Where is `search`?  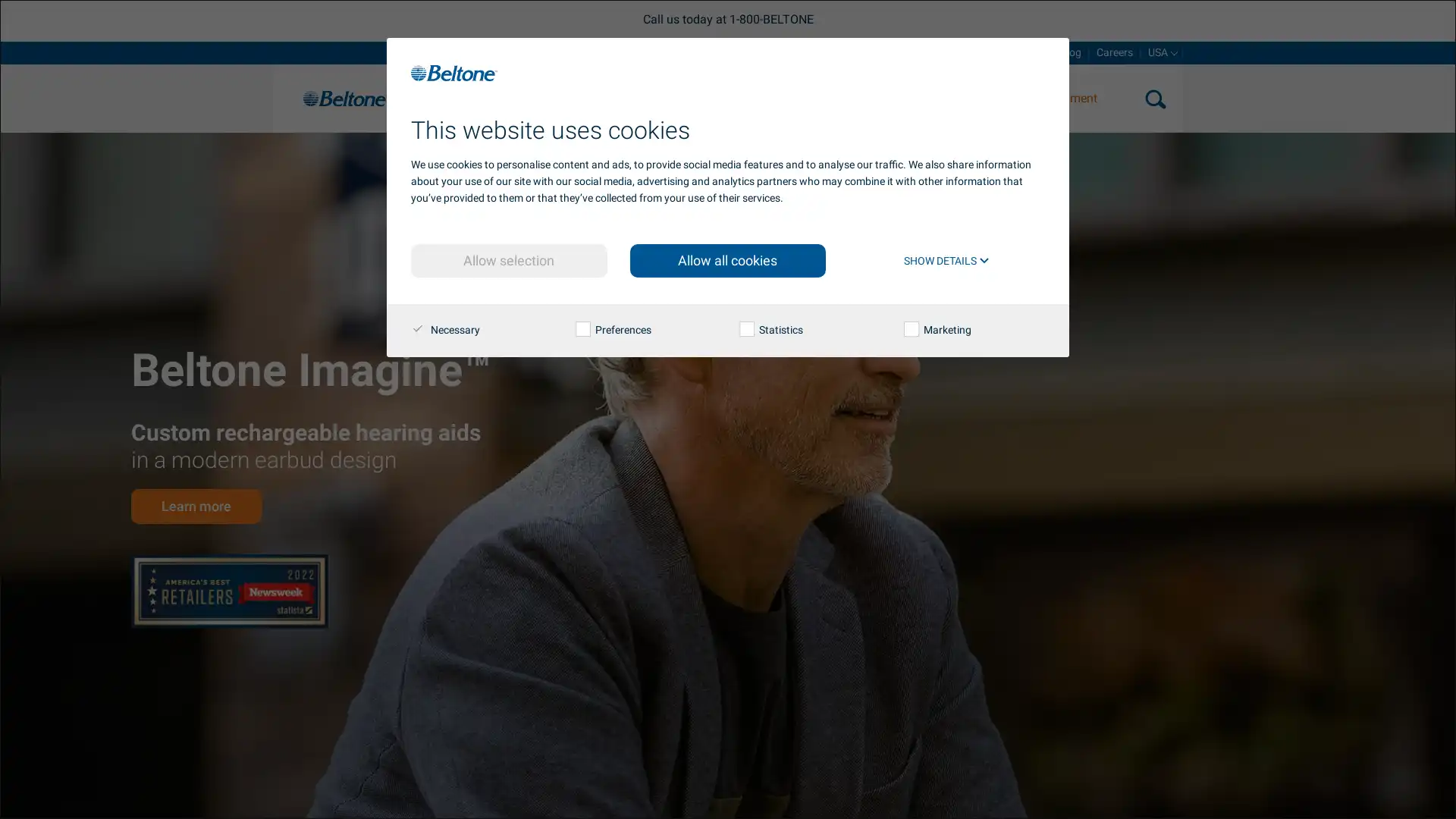 search is located at coordinates (937, 36).